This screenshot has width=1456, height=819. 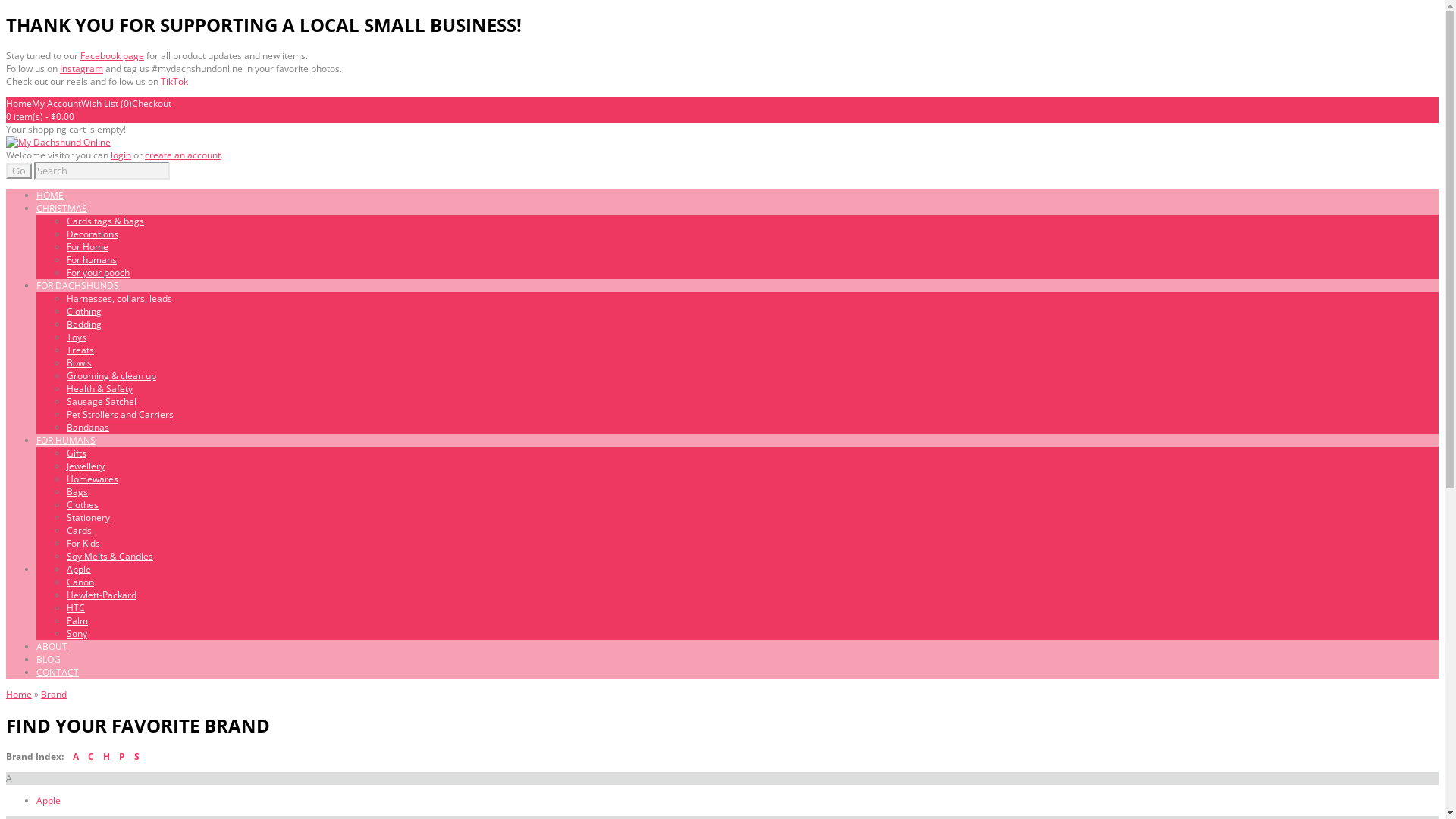 What do you see at coordinates (48, 658) in the screenshot?
I see `'BLOG'` at bounding box center [48, 658].